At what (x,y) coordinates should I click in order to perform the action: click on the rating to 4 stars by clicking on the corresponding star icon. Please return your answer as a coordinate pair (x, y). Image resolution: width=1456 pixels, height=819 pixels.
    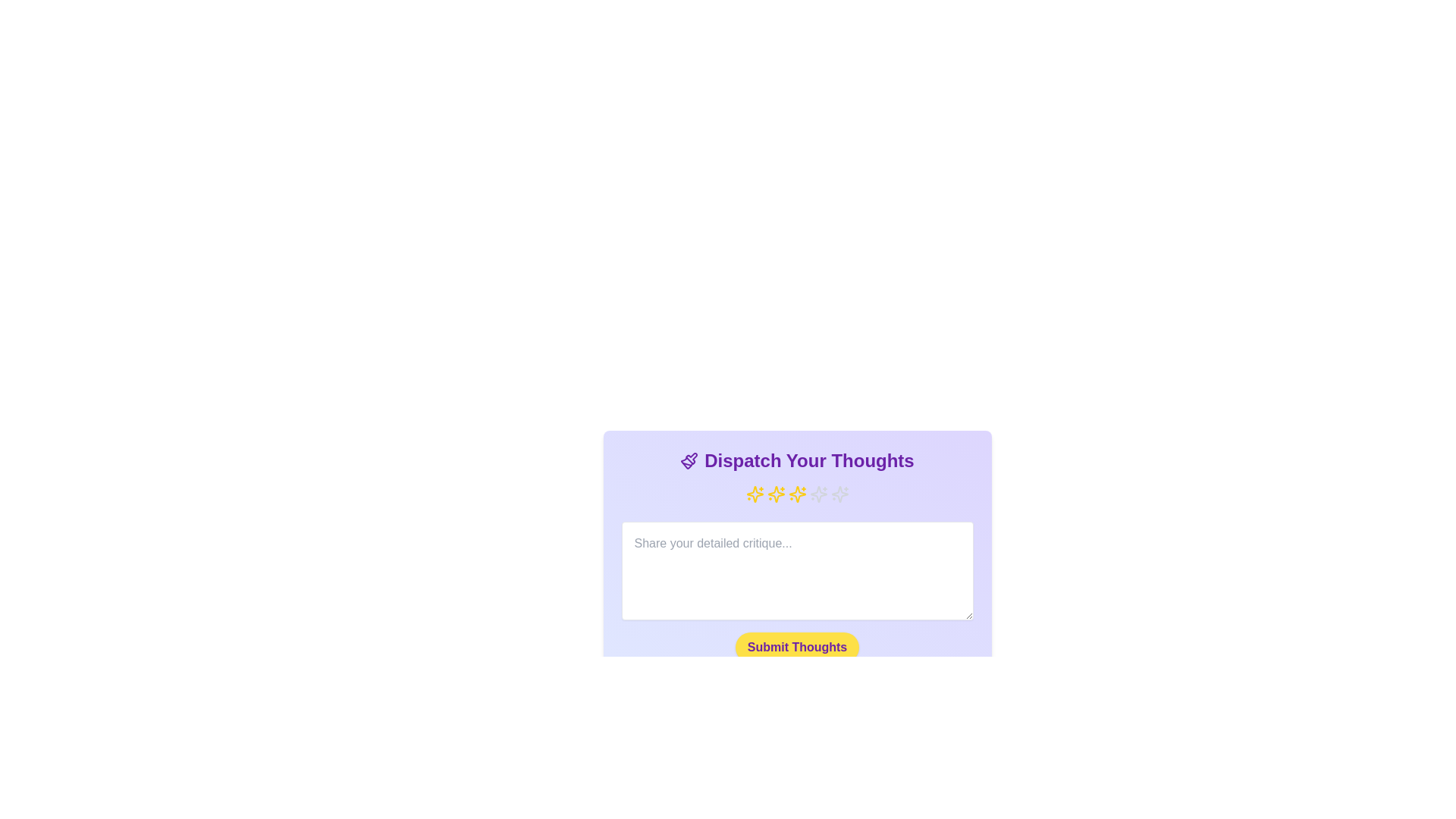
    Looking at the image, I should click on (817, 494).